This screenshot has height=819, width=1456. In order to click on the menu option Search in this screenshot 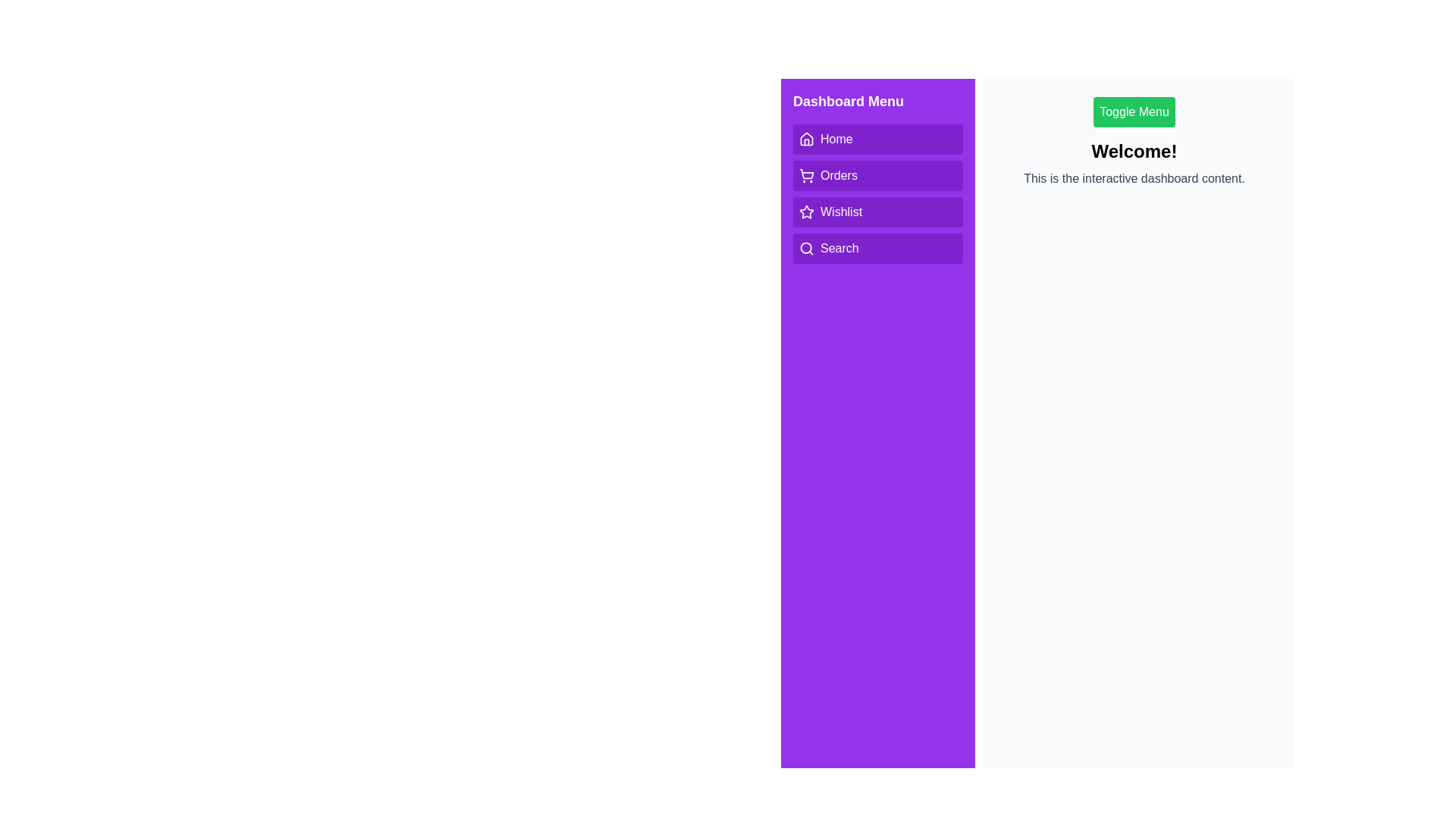, I will do `click(877, 247)`.